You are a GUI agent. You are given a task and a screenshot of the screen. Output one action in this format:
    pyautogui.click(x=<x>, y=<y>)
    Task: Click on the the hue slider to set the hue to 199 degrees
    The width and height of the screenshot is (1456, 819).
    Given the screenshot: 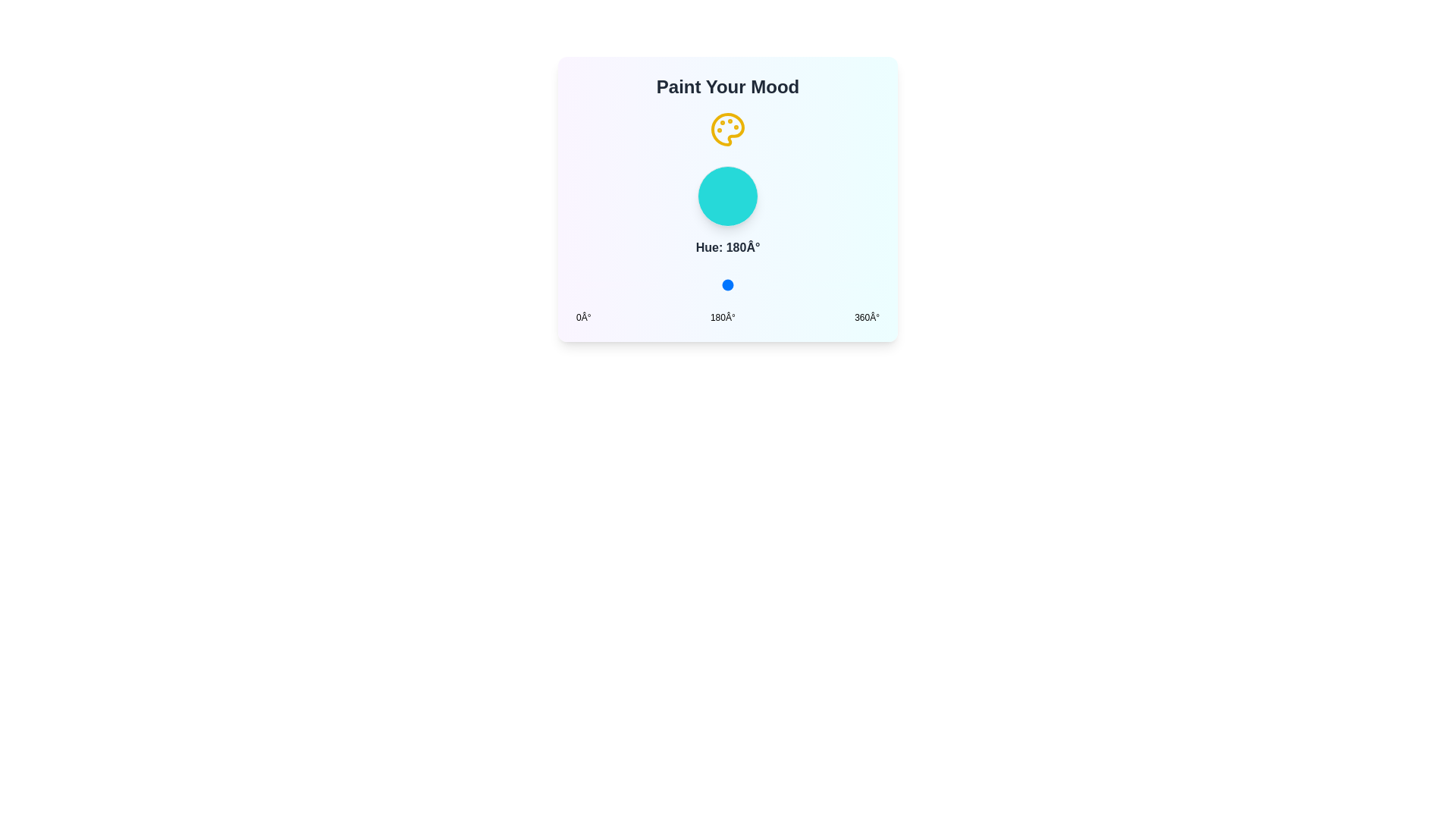 What is the action you would take?
    pyautogui.click(x=744, y=284)
    